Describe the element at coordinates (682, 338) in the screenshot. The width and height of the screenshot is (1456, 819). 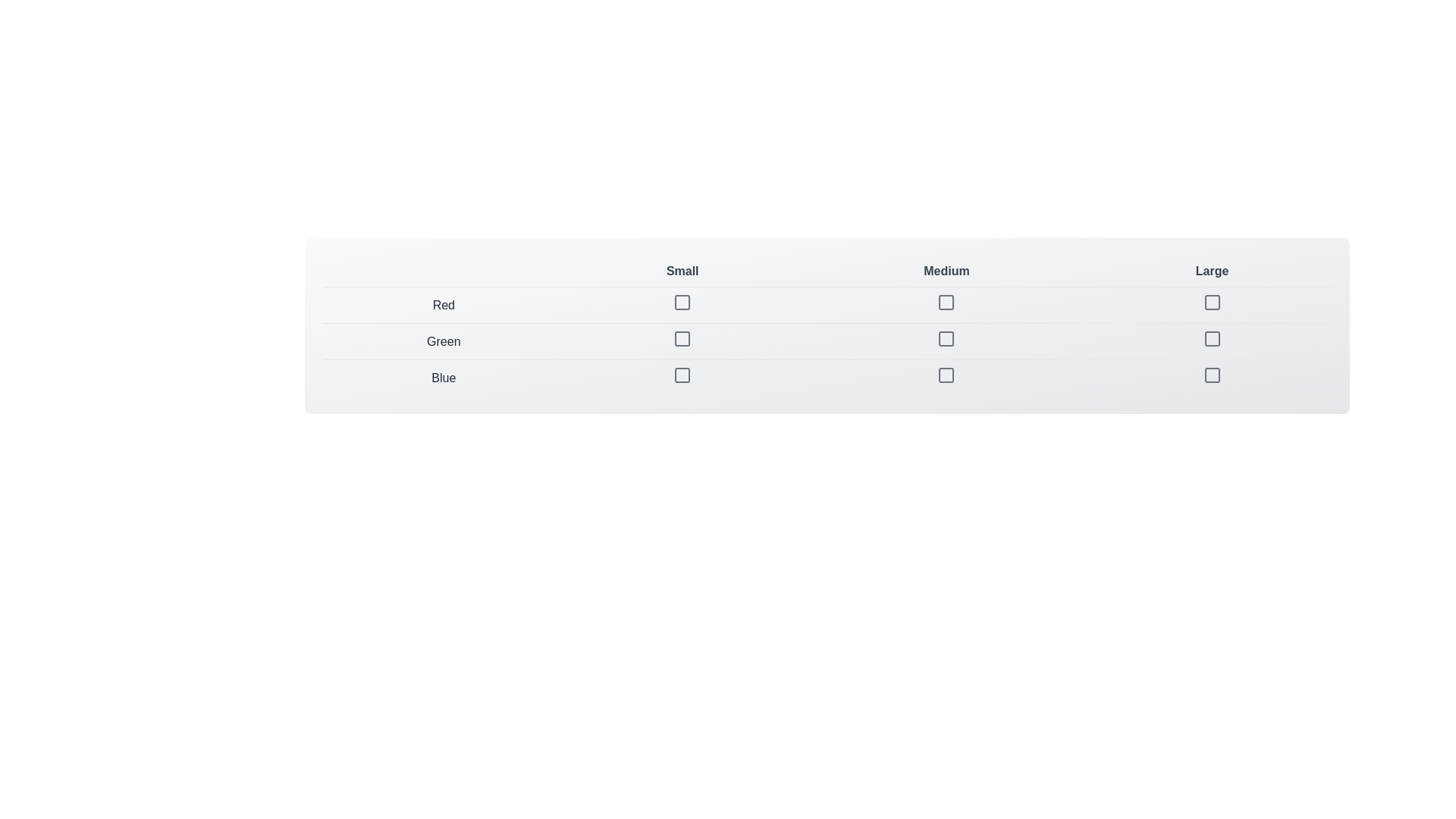
I see `the checkbox` at that location.